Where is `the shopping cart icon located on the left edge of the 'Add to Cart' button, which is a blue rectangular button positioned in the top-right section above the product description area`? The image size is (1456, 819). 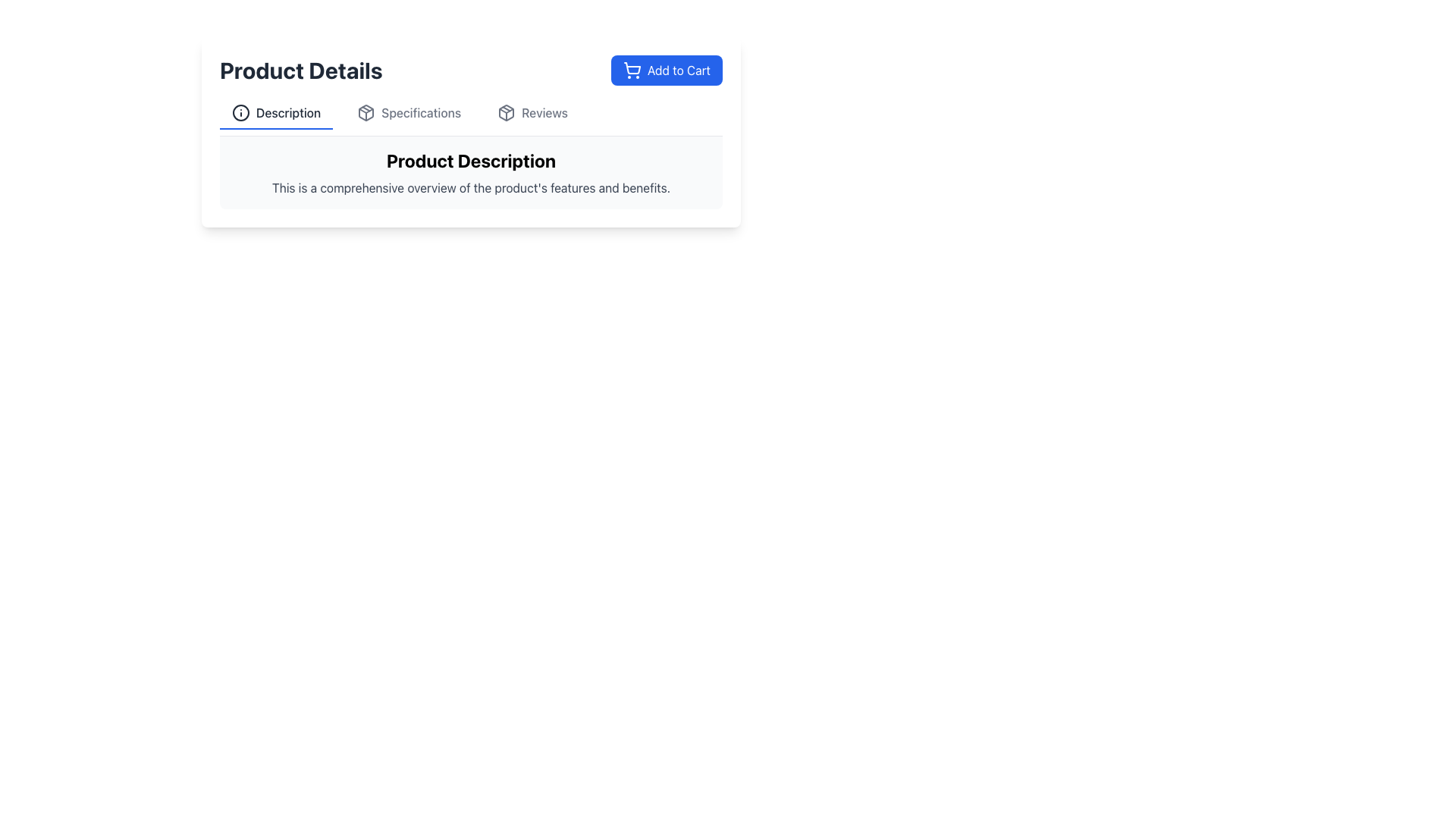 the shopping cart icon located on the left edge of the 'Add to Cart' button, which is a blue rectangular button positioned in the top-right section above the product description area is located at coordinates (632, 70).